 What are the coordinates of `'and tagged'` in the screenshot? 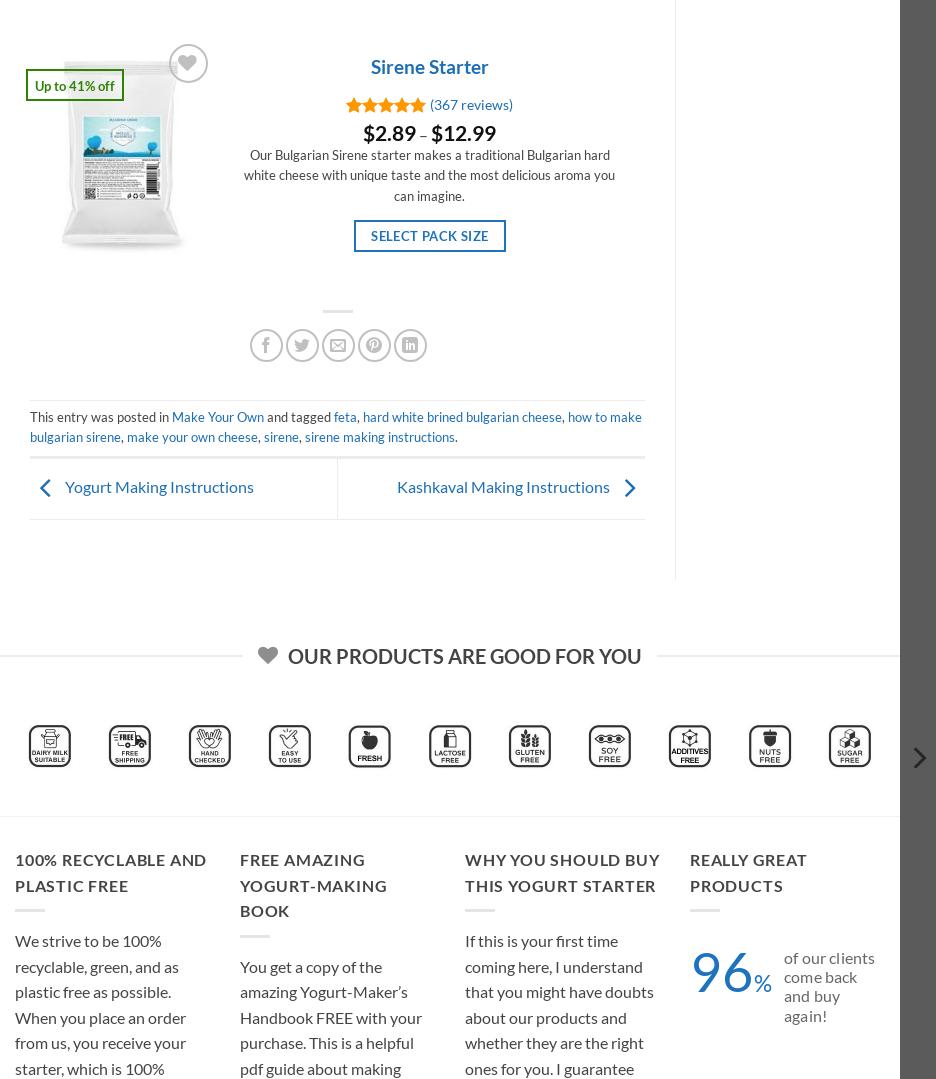 It's located at (298, 415).